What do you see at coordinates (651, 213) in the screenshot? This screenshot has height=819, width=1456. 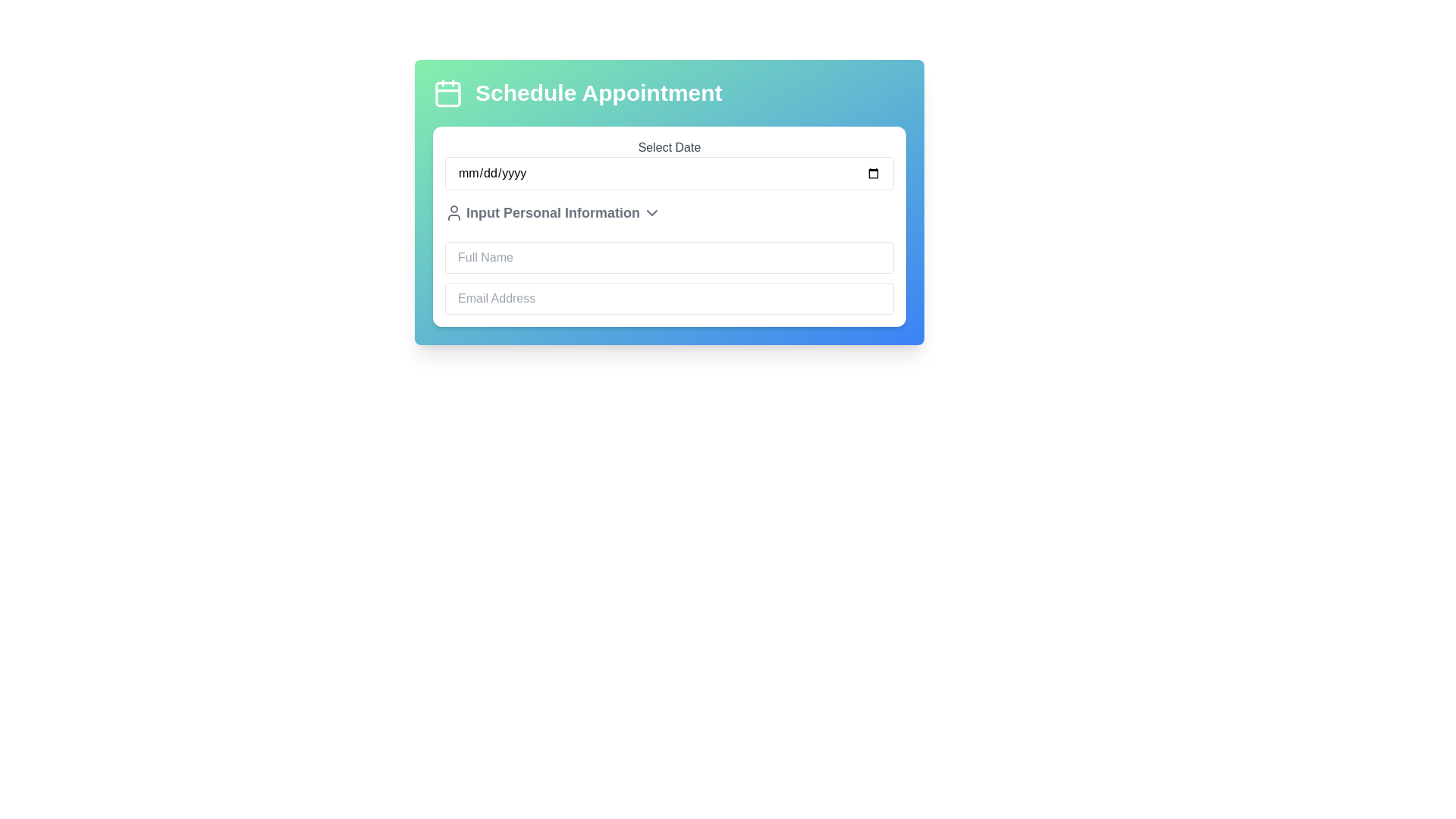 I see `the downward-pointing chevron icon located to the right of the text 'Input Personal Information'` at bounding box center [651, 213].